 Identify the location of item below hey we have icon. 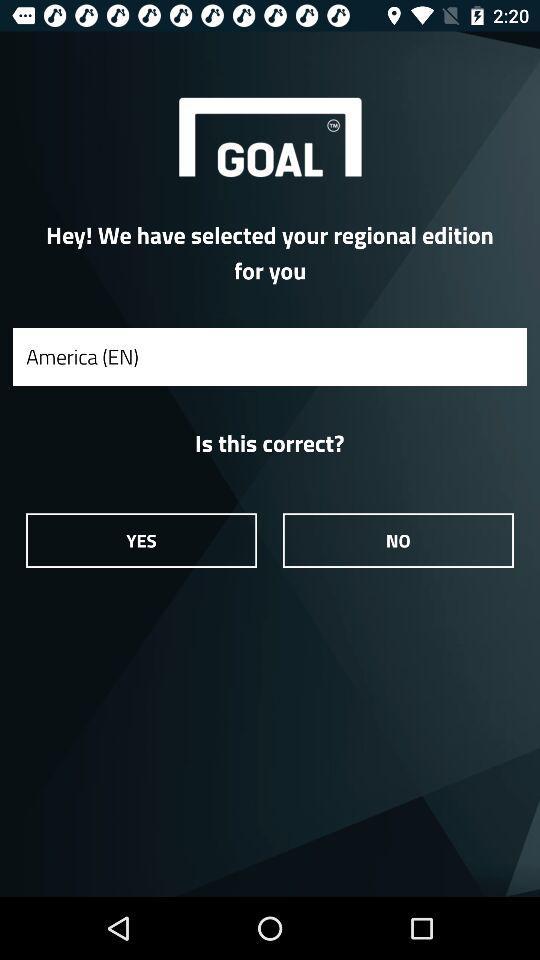
(270, 356).